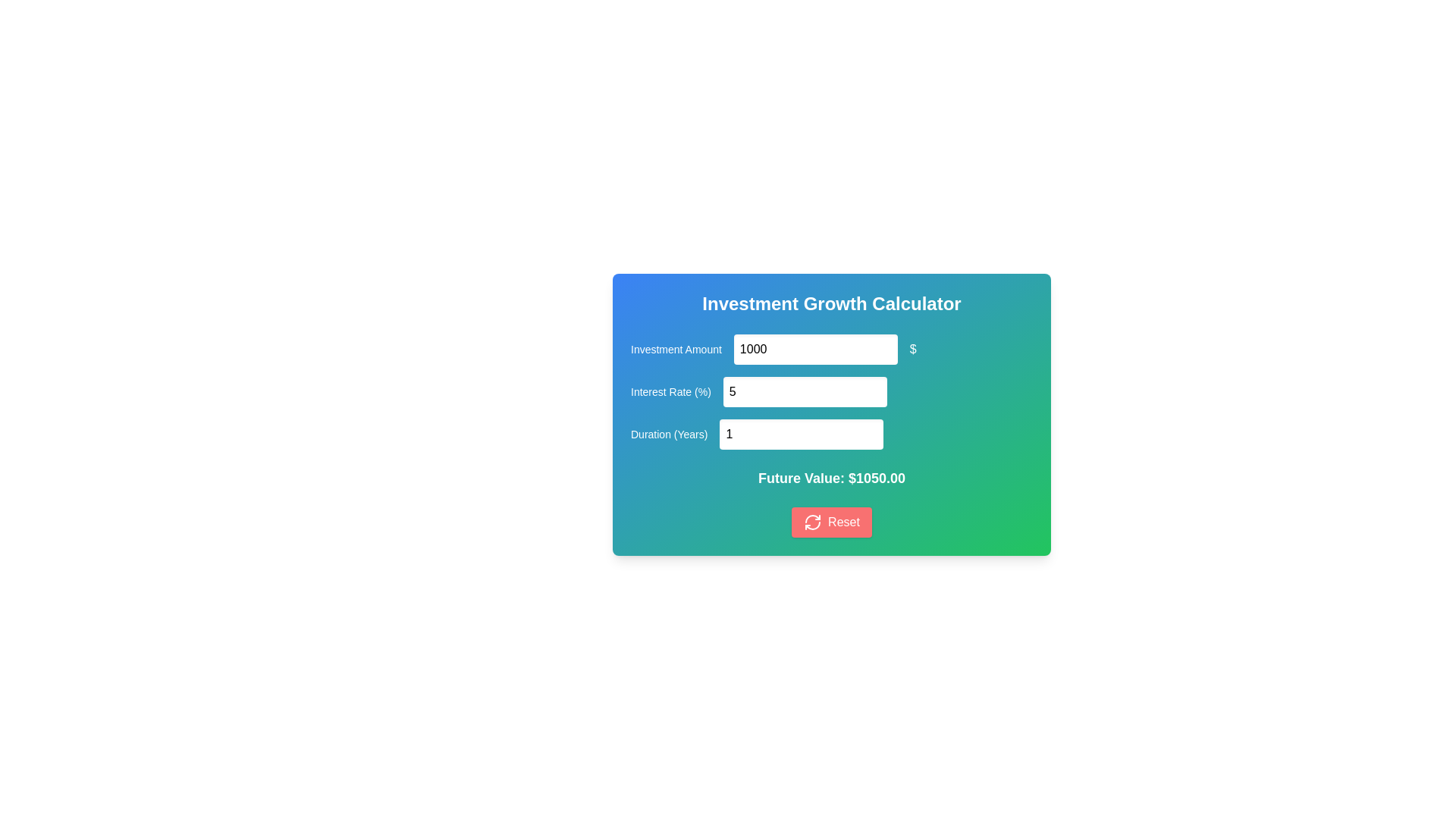  What do you see at coordinates (668, 435) in the screenshot?
I see `the label displaying 'Duration (Years)' in the 'Investment Growth Calculator' form, which is aligned with the numeric input field labeled '1'` at bounding box center [668, 435].